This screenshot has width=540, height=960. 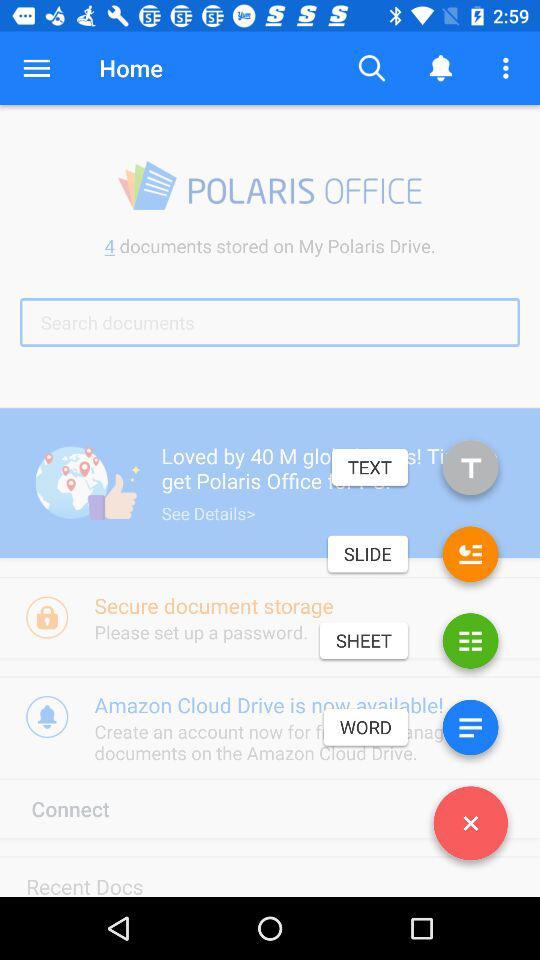 What do you see at coordinates (131, 68) in the screenshot?
I see `home item` at bounding box center [131, 68].